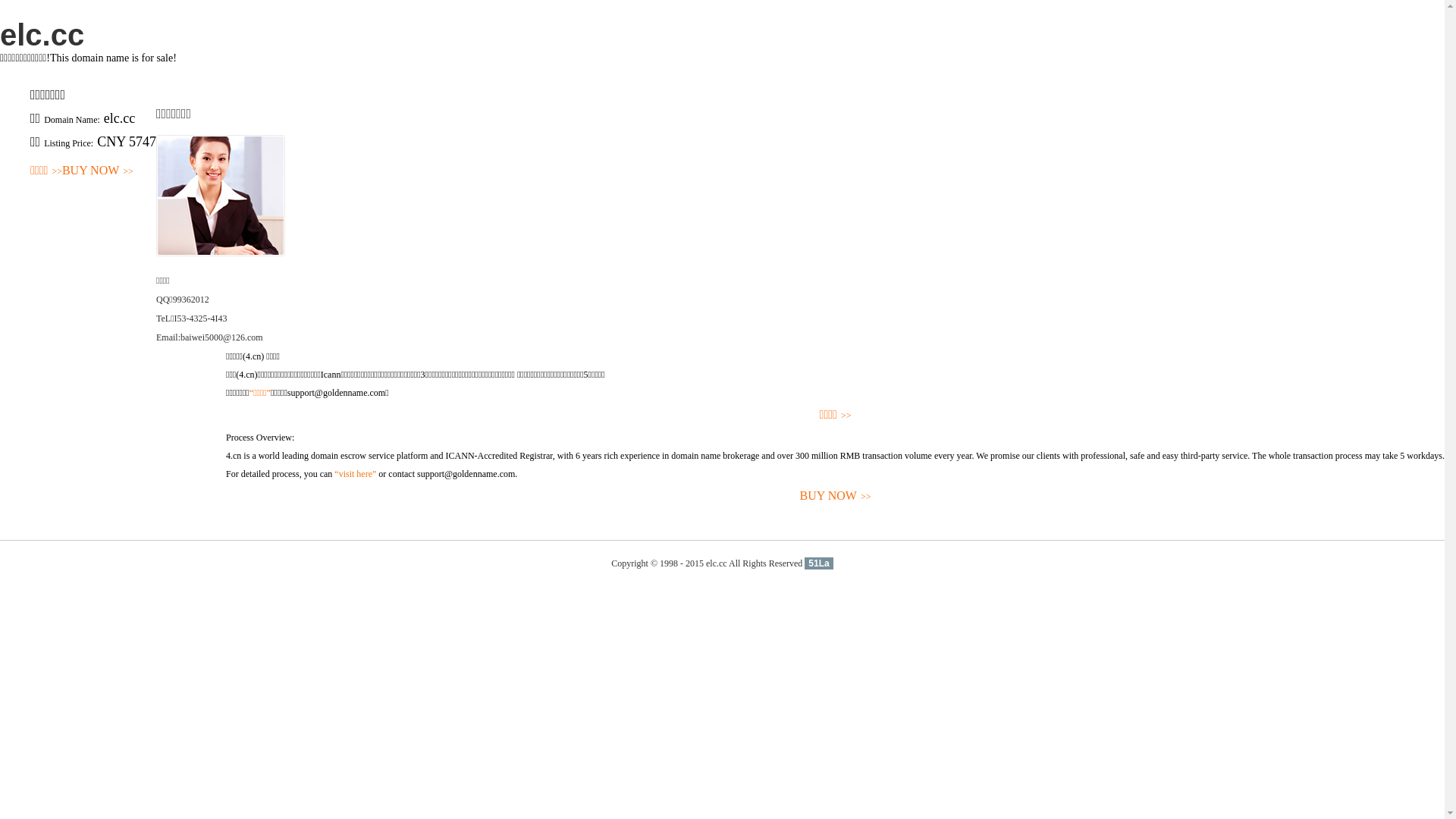 Image resolution: width=1456 pixels, height=819 pixels. What do you see at coordinates (834, 496) in the screenshot?
I see `'BUY NOW>>'` at bounding box center [834, 496].